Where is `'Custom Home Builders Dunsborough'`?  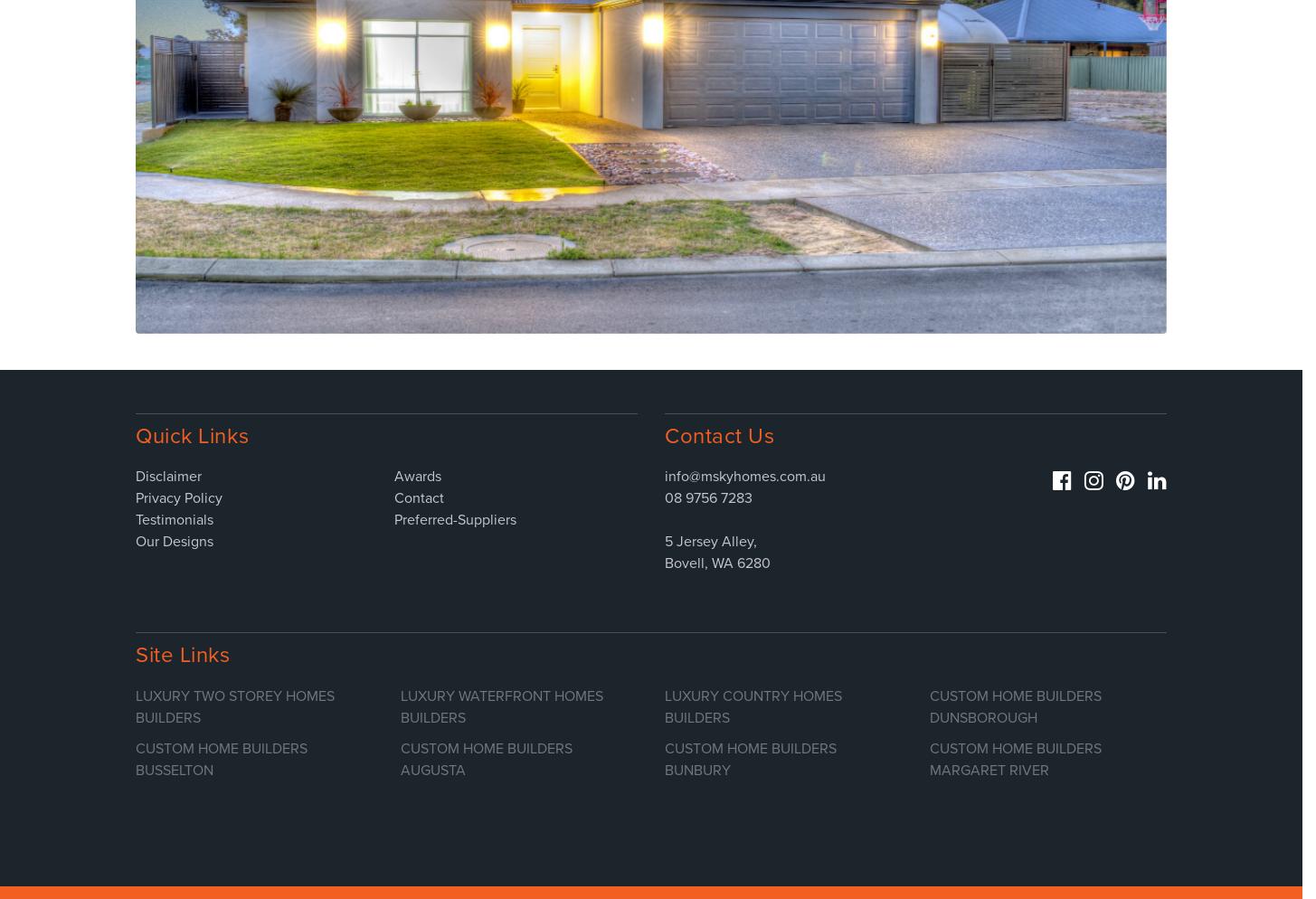 'Custom Home Builders Dunsborough' is located at coordinates (927, 705).